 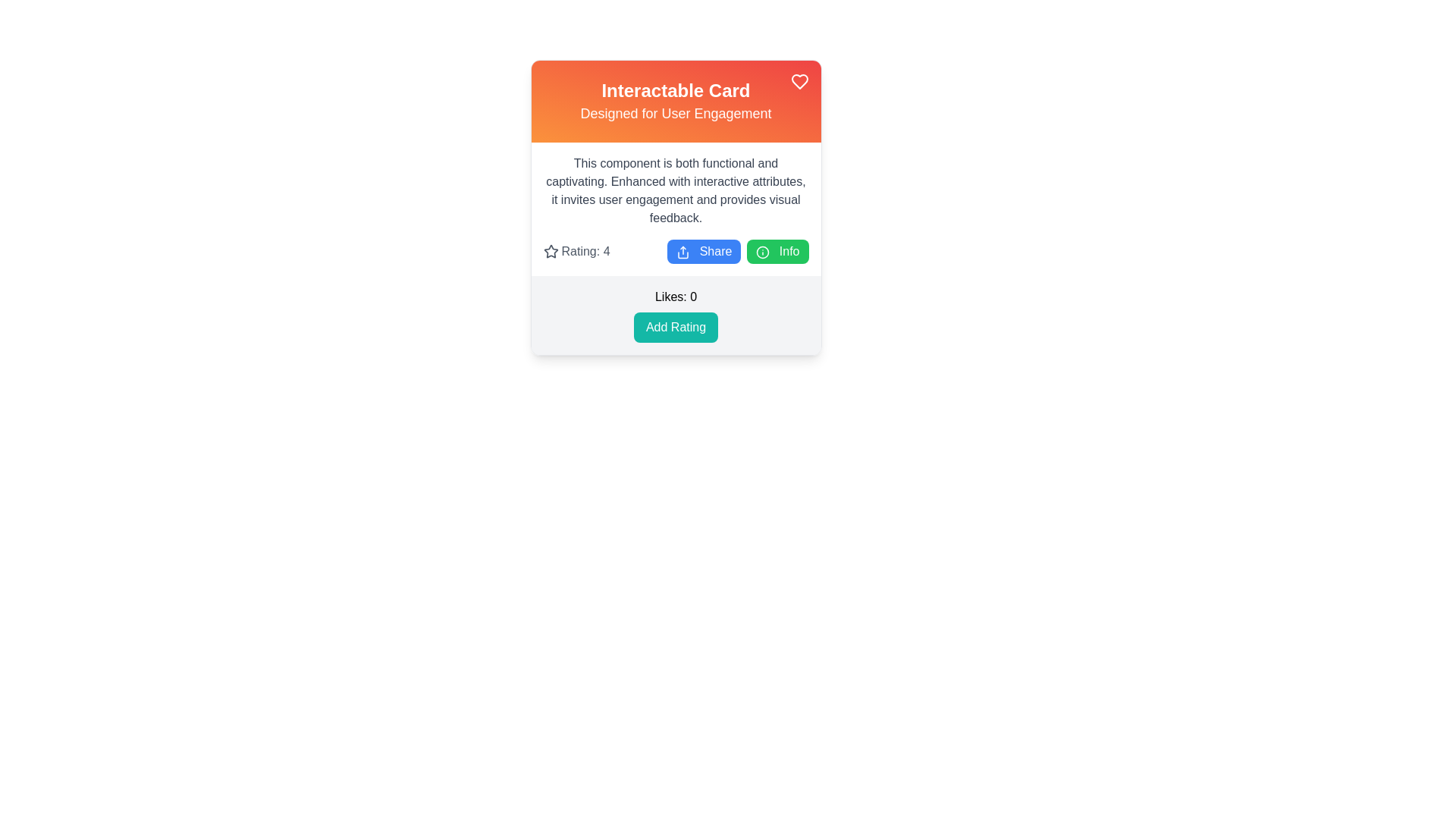 I want to click on the Decorative Card Header labeled 'Interactable Card', which features a gradient background and a heart icon in the top-right corner, so click(x=675, y=102).